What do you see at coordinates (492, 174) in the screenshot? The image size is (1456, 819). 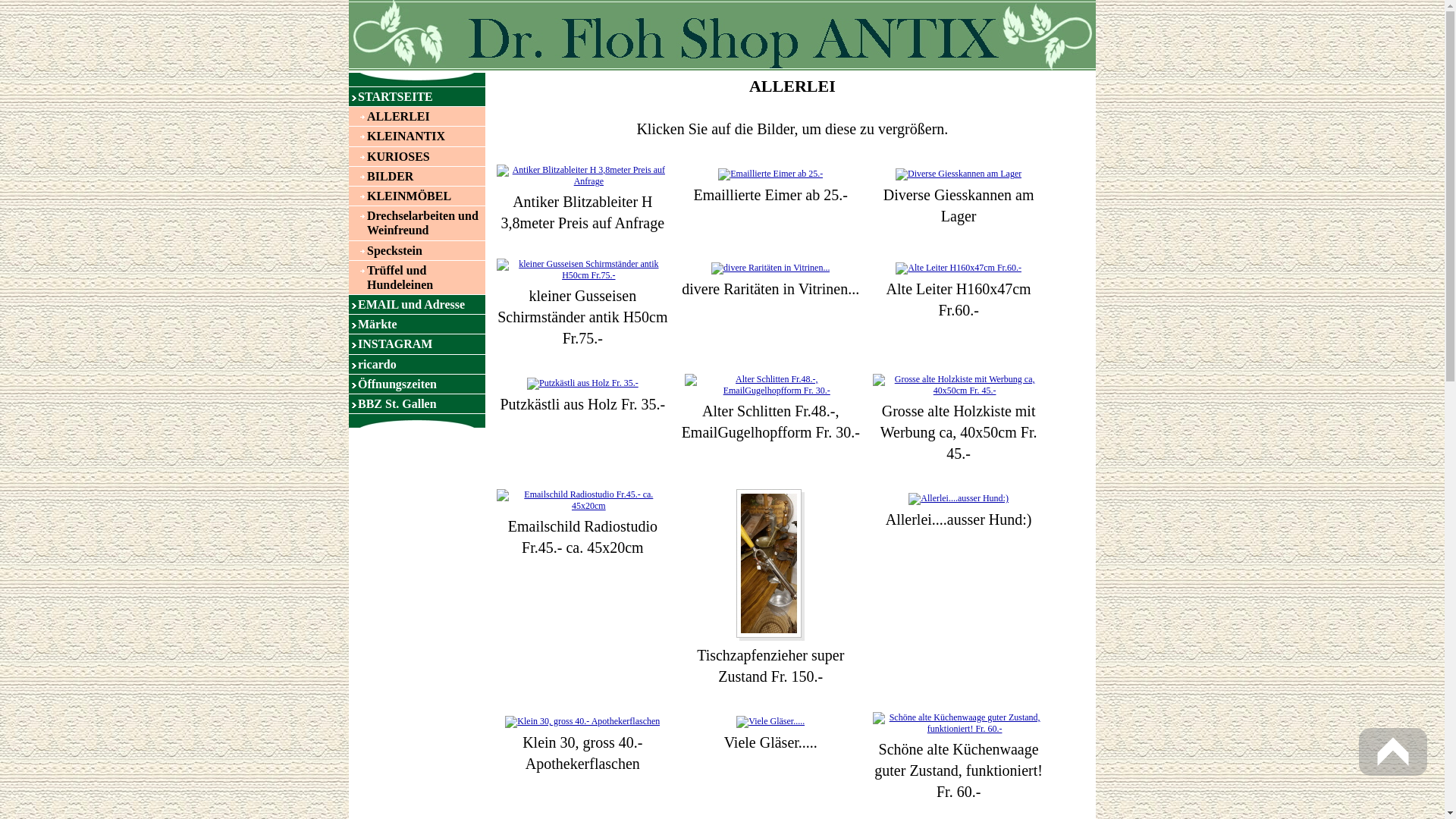 I see `'Antiker Blitzableiter H 3,8meter Preis auf Anfrage'` at bounding box center [492, 174].